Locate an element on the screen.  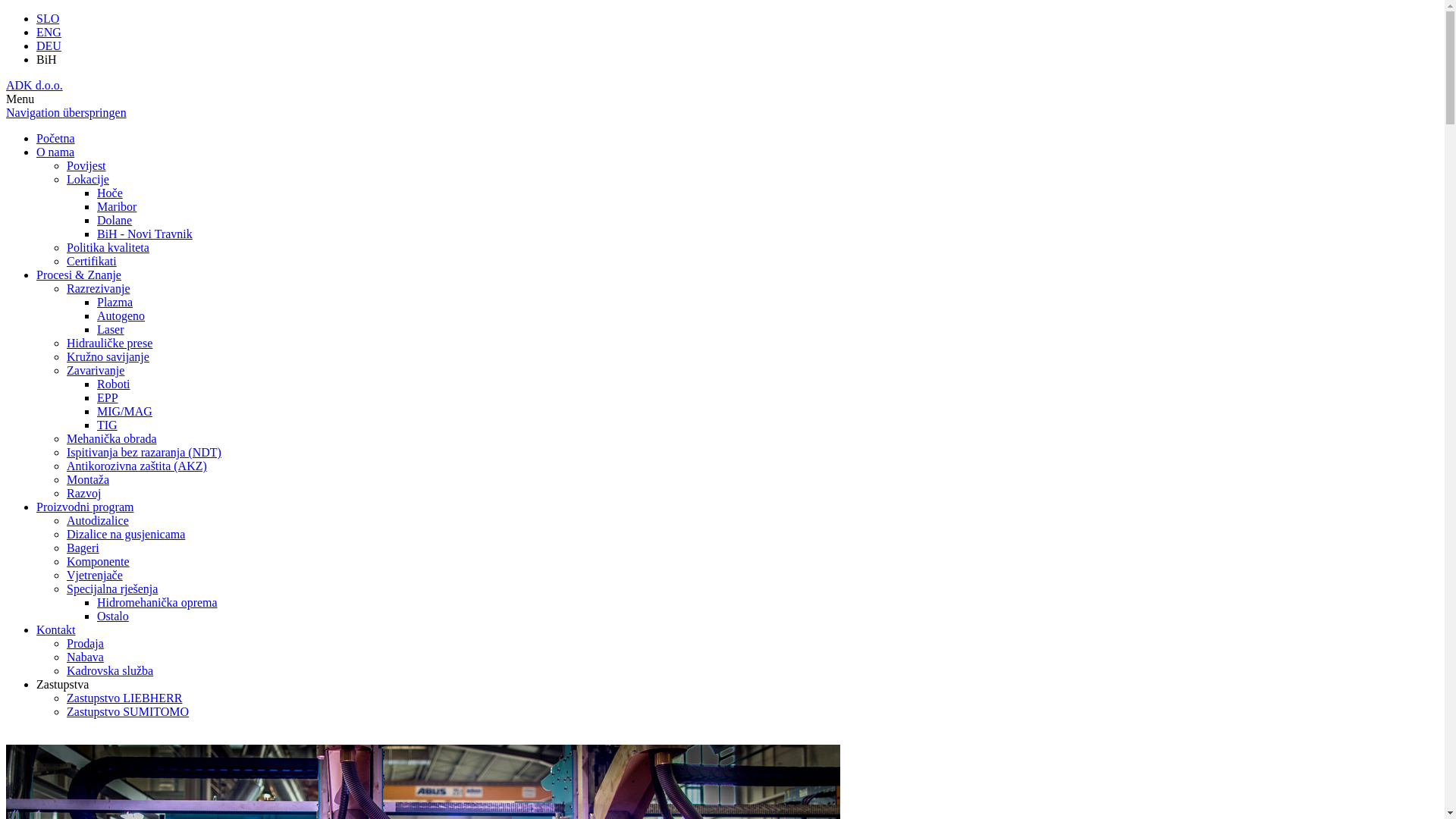
'Zavarivanje' is located at coordinates (65, 370).